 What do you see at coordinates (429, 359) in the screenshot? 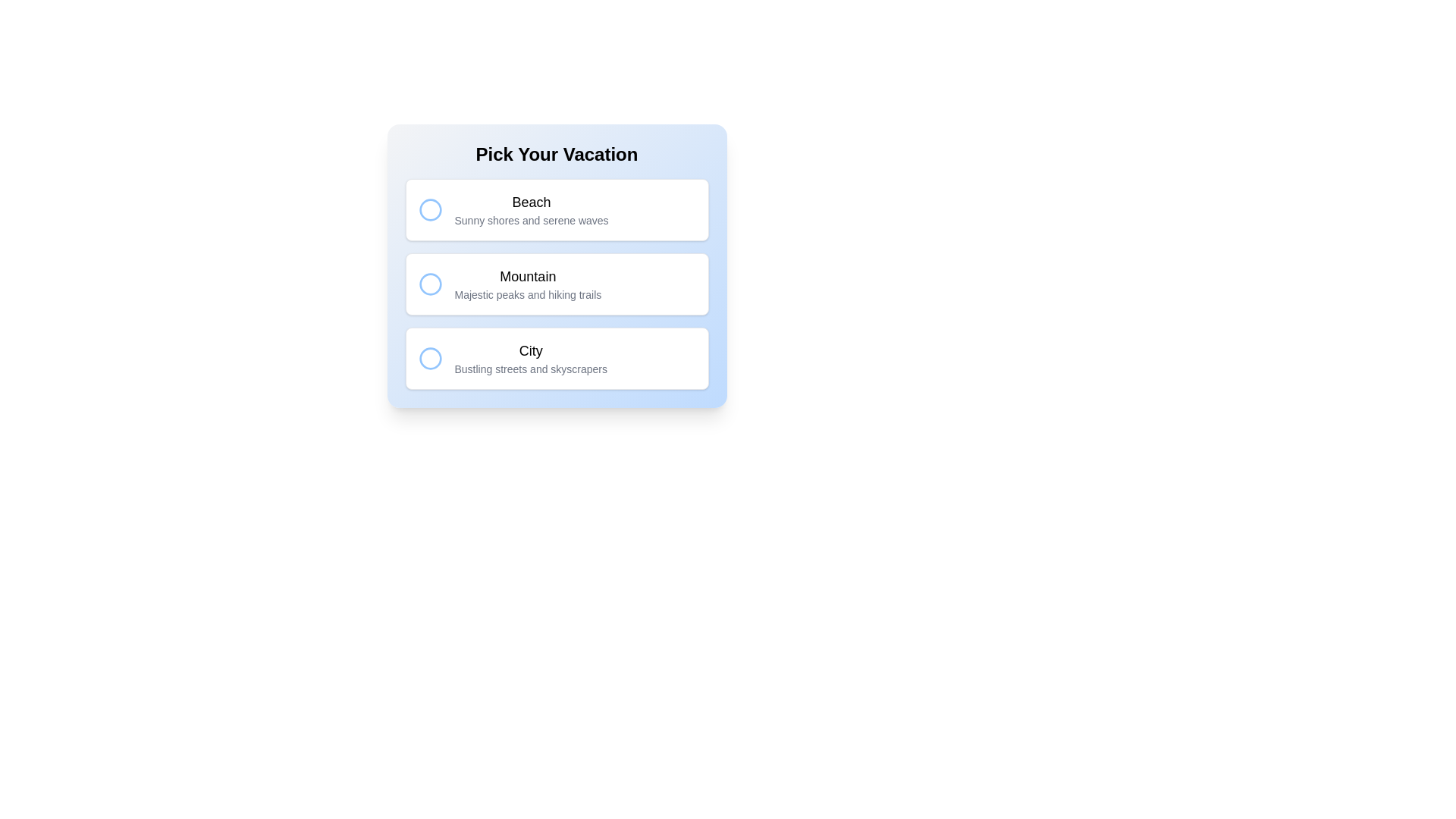
I see `the circular radio button with a blue border located to the left of the 'City' option in the 'Pick Your Vacation' list` at bounding box center [429, 359].